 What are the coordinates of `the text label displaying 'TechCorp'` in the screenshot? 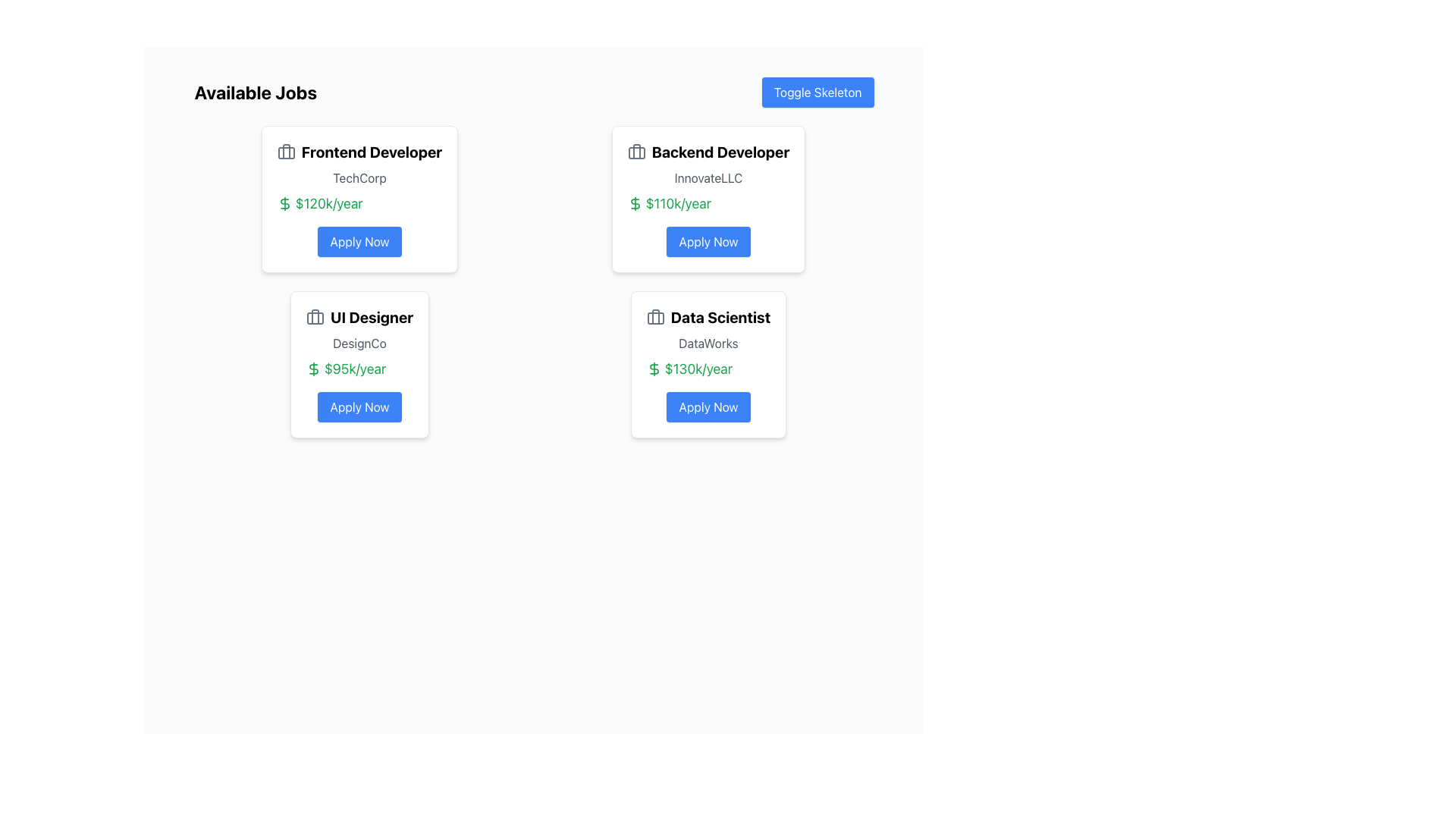 It's located at (359, 177).